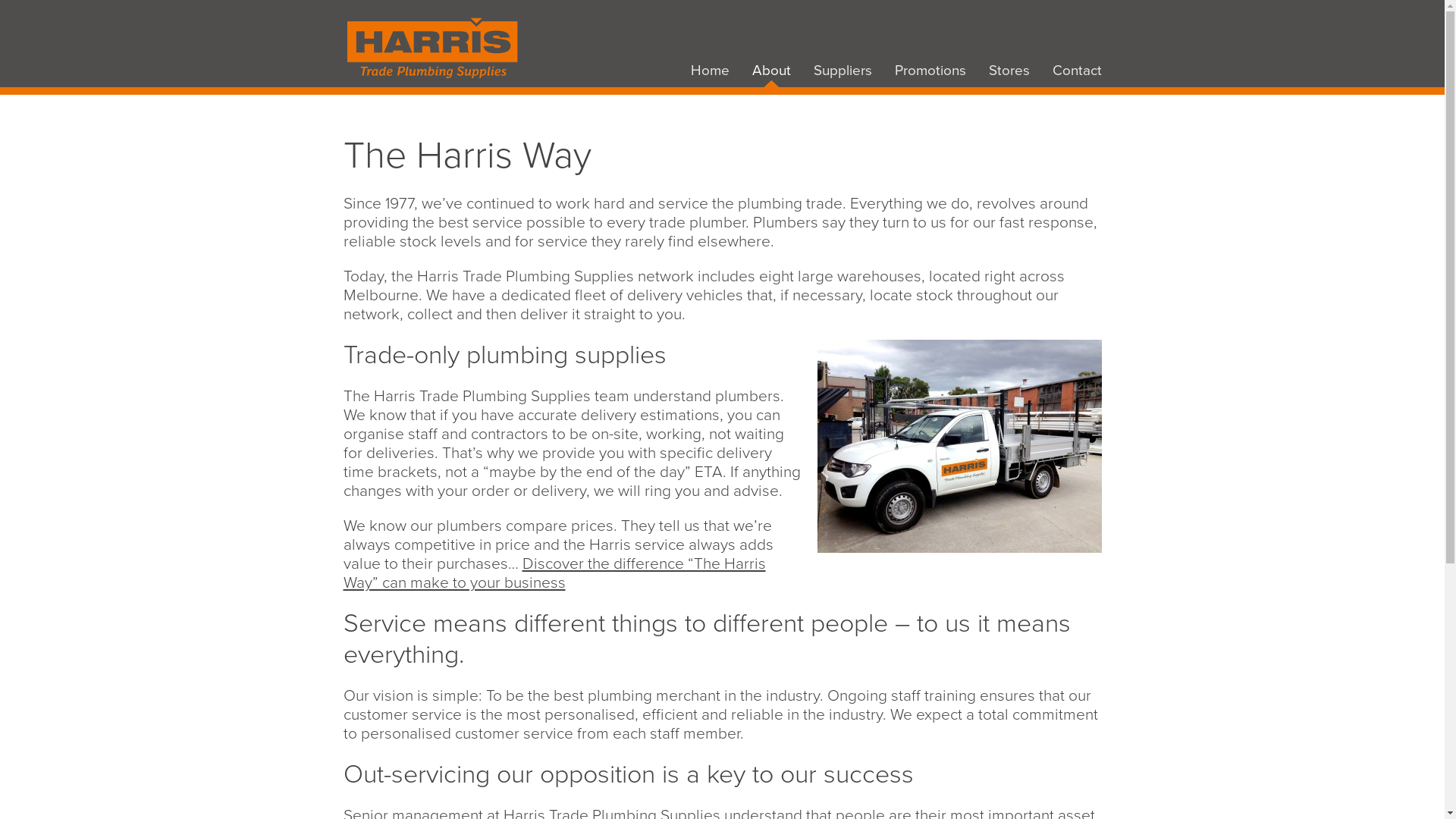  I want to click on 'Stores', so click(1009, 70).